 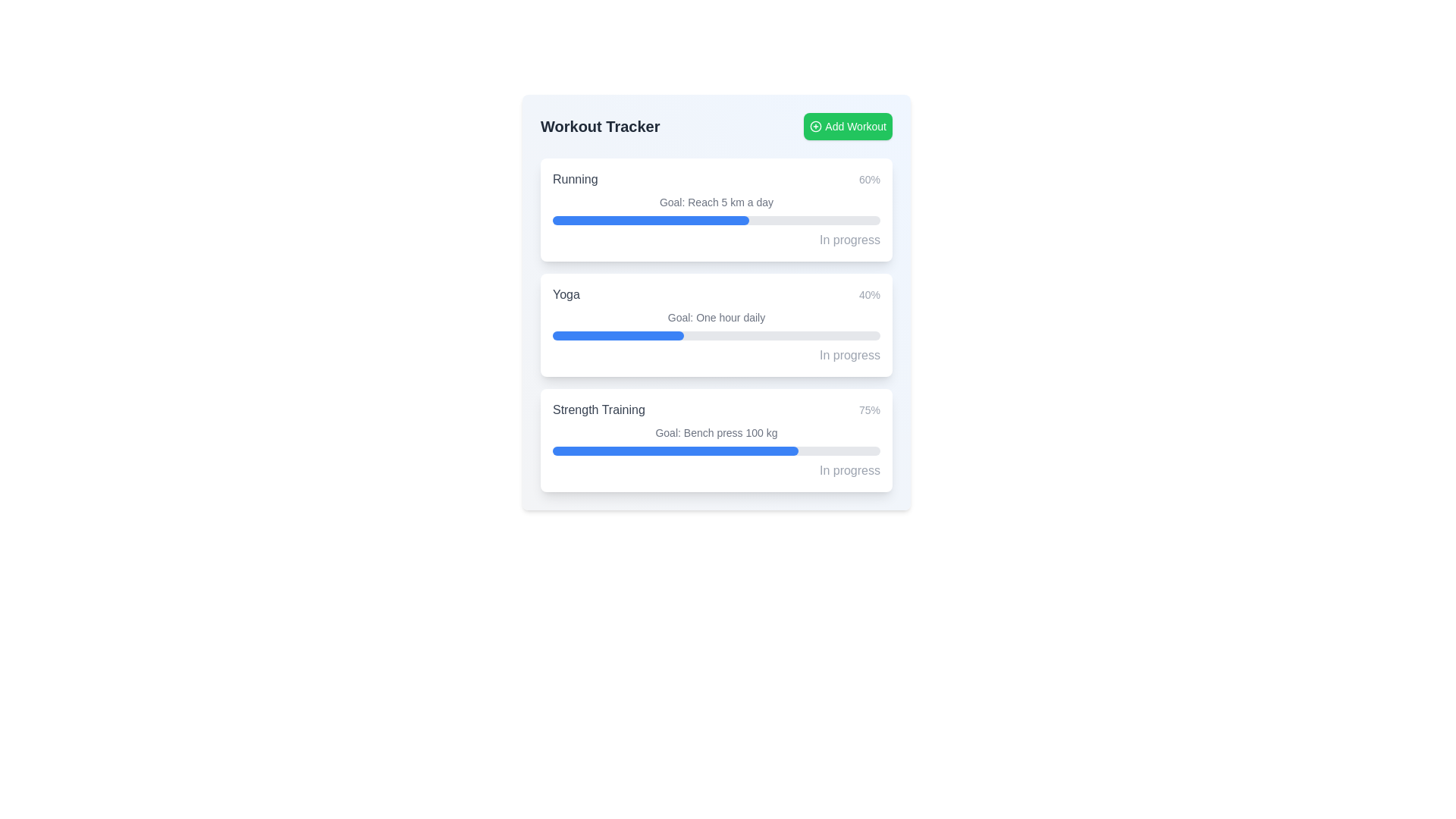 What do you see at coordinates (716, 324) in the screenshot?
I see `progress information from the Progress card that shows the goal 'Yoga: One hour daily' with a current progress of 40% and status 'In progress'` at bounding box center [716, 324].